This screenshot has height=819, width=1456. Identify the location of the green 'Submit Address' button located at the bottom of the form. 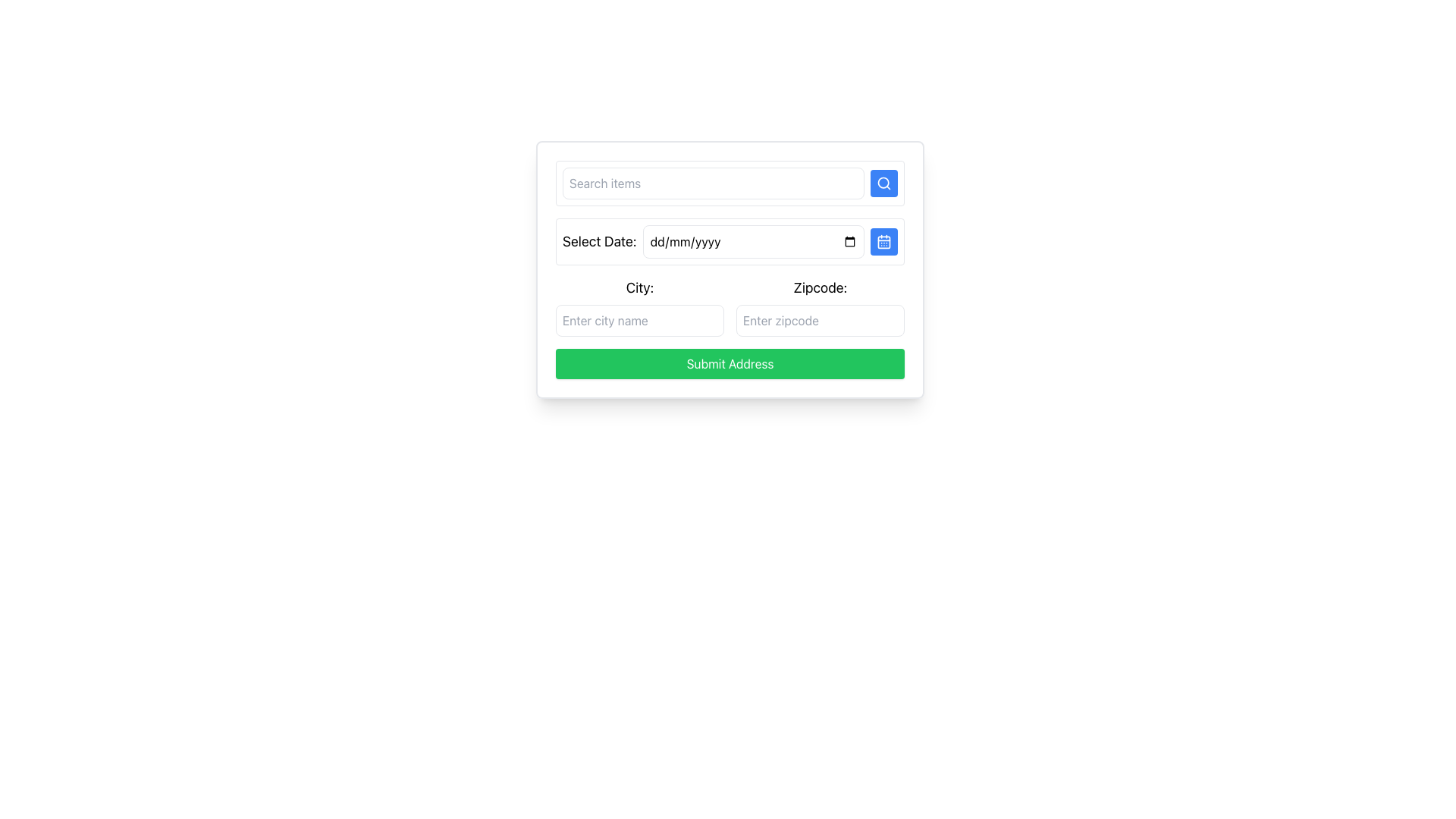
(730, 363).